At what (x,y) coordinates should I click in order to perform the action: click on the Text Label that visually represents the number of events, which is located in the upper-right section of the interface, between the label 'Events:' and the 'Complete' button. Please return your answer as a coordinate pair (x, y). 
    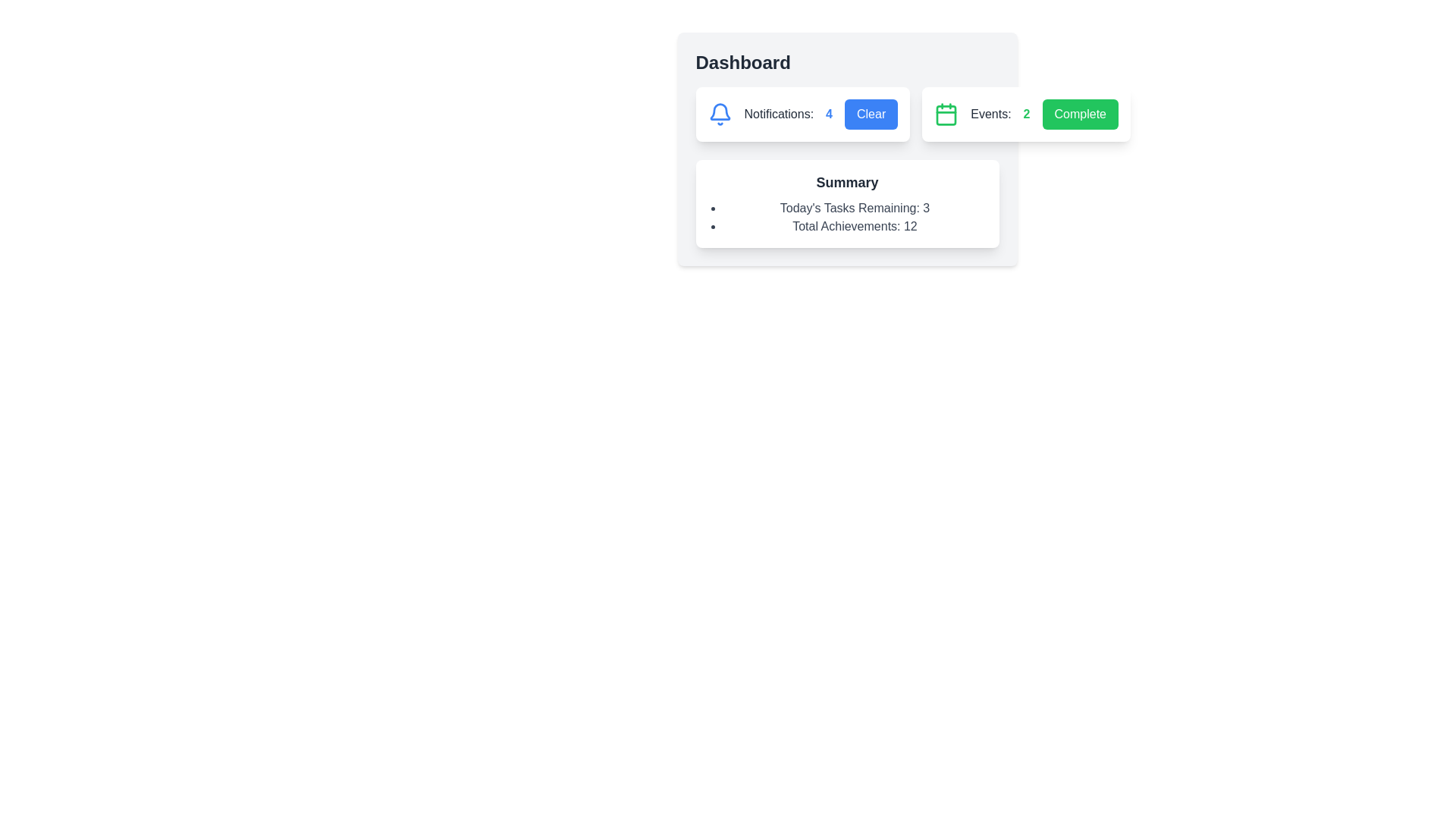
    Looking at the image, I should click on (1026, 113).